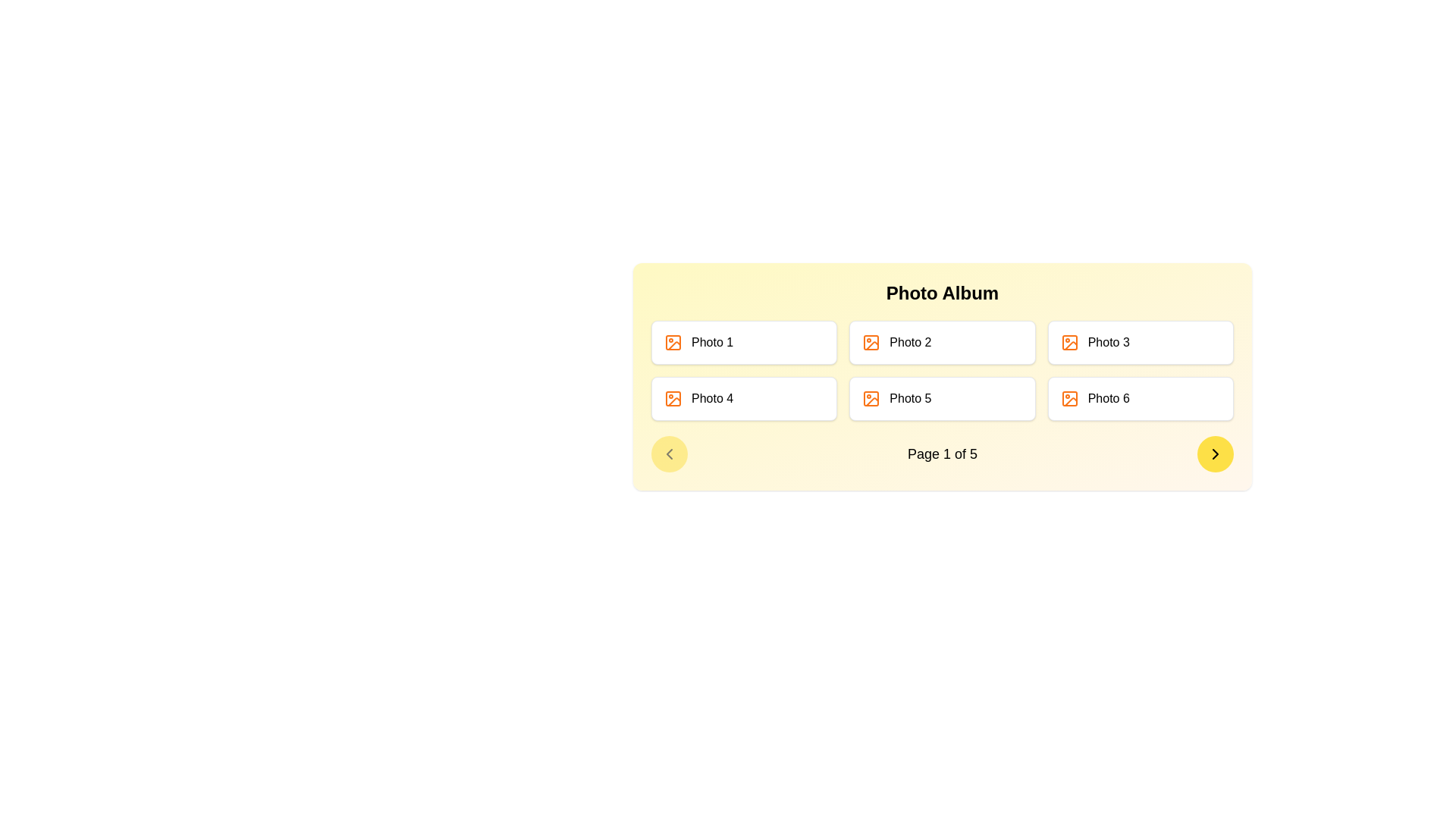  I want to click on the grid item labeled 'Photo 3', so click(1140, 342).